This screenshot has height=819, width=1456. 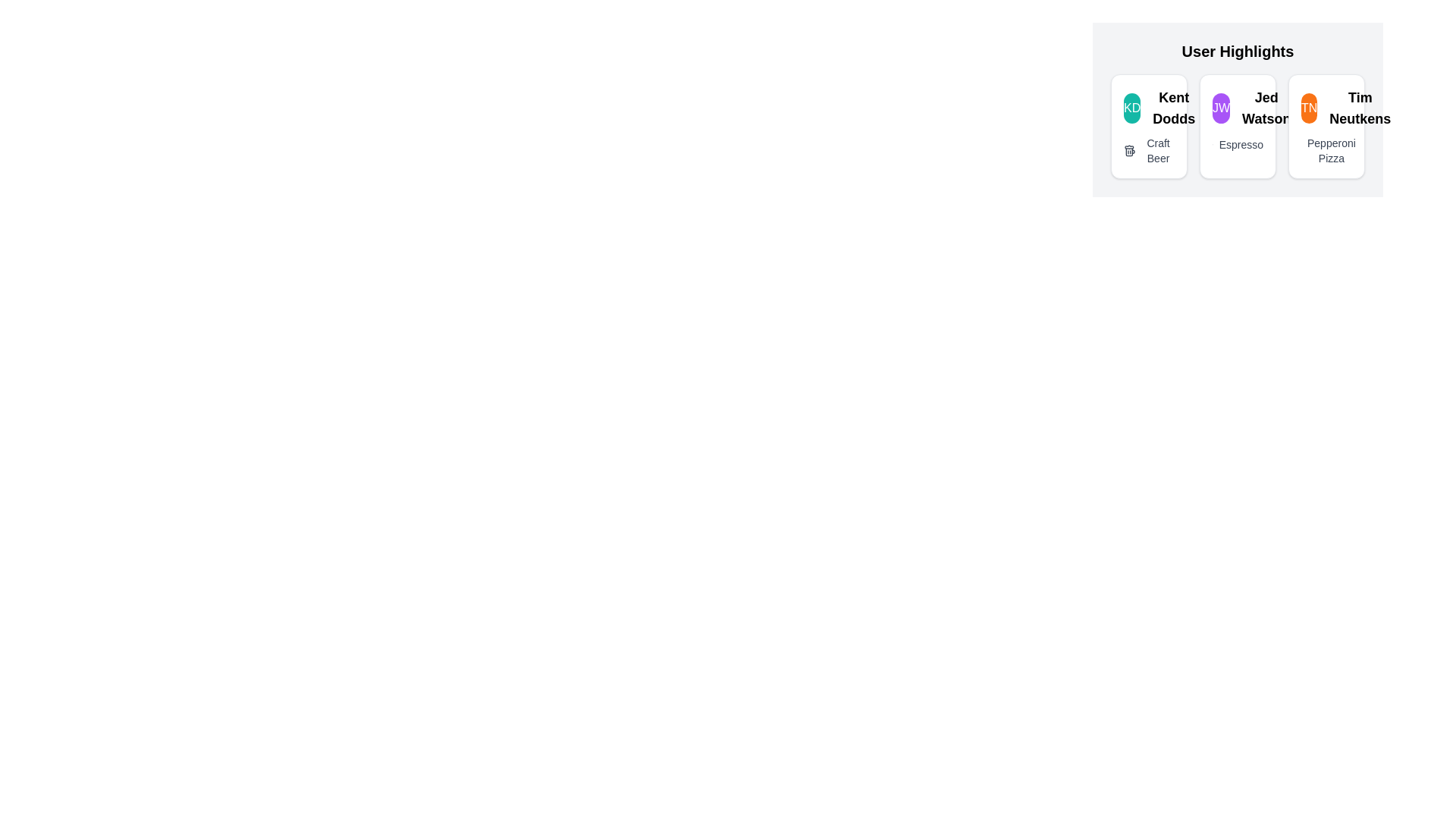 What do you see at coordinates (1266, 107) in the screenshot?
I see `the text label displaying 'Jed Watson', which is bold and larger than adjacent elements, located in the second column of cards, beneath a circular icon with initials 'JW'` at bounding box center [1266, 107].